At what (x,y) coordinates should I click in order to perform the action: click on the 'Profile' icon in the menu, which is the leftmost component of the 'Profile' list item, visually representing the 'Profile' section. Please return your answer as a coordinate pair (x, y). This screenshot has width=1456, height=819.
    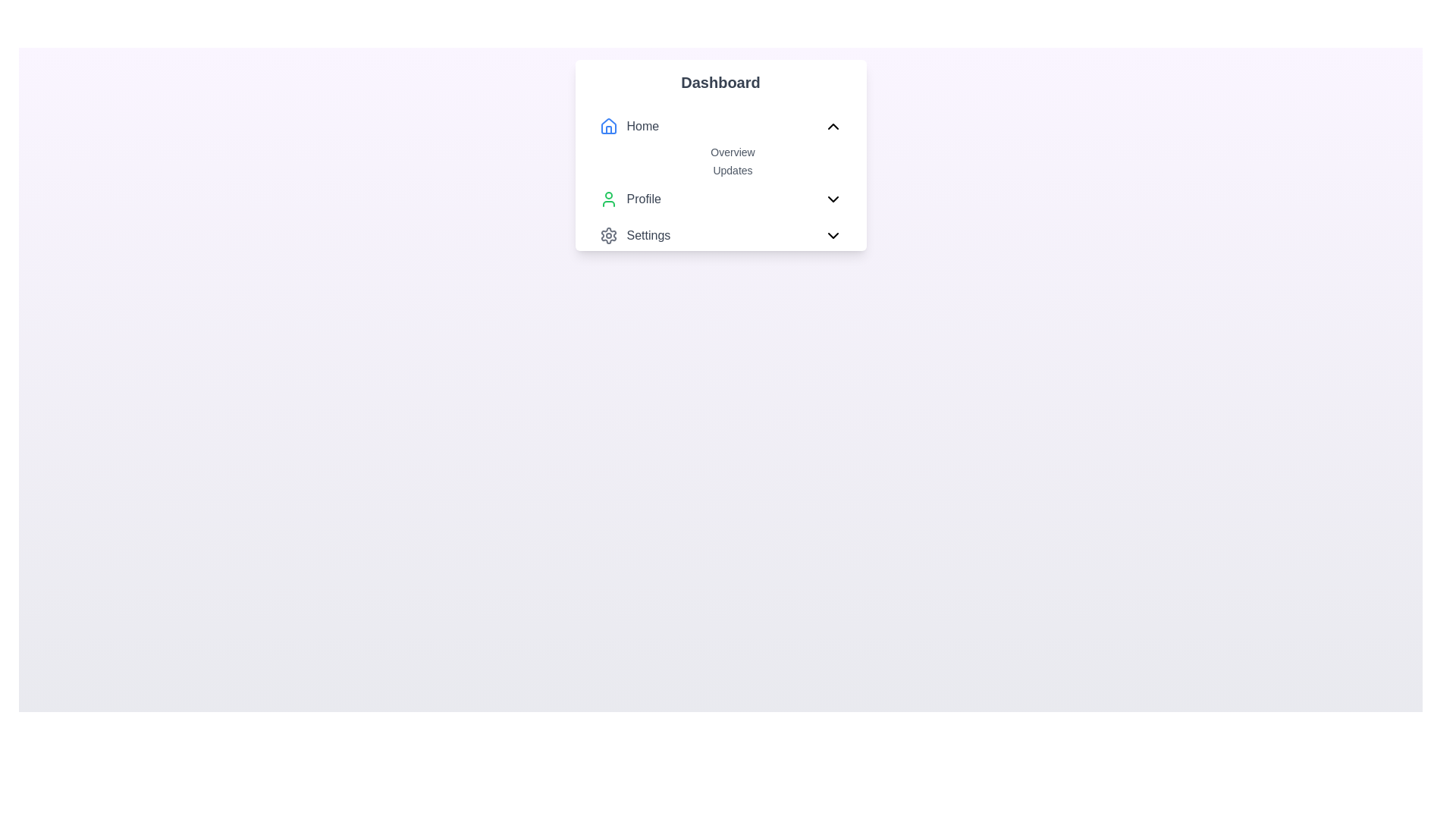
    Looking at the image, I should click on (608, 198).